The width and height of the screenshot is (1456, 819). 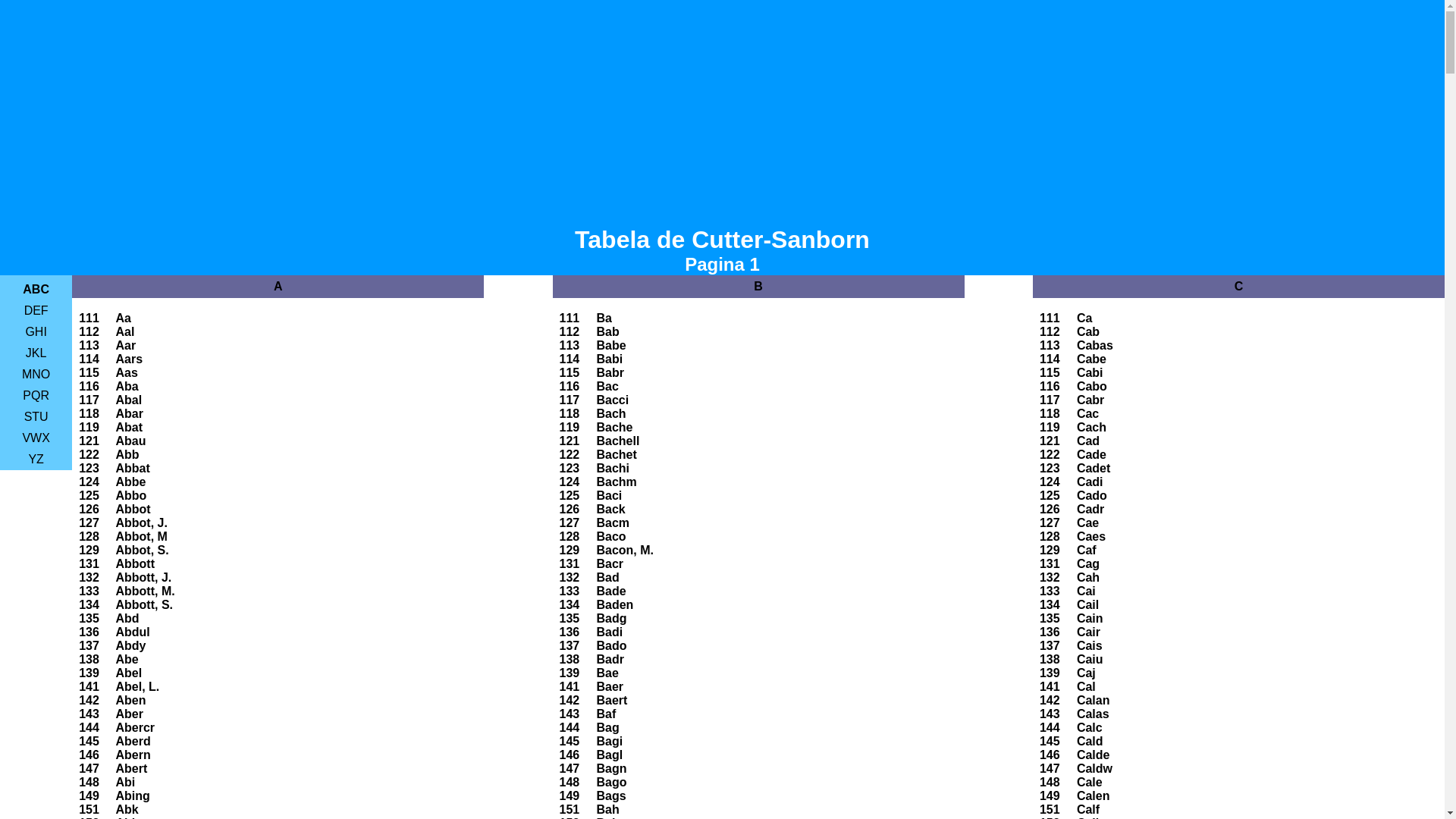 I want to click on 'YZ', so click(x=36, y=458).